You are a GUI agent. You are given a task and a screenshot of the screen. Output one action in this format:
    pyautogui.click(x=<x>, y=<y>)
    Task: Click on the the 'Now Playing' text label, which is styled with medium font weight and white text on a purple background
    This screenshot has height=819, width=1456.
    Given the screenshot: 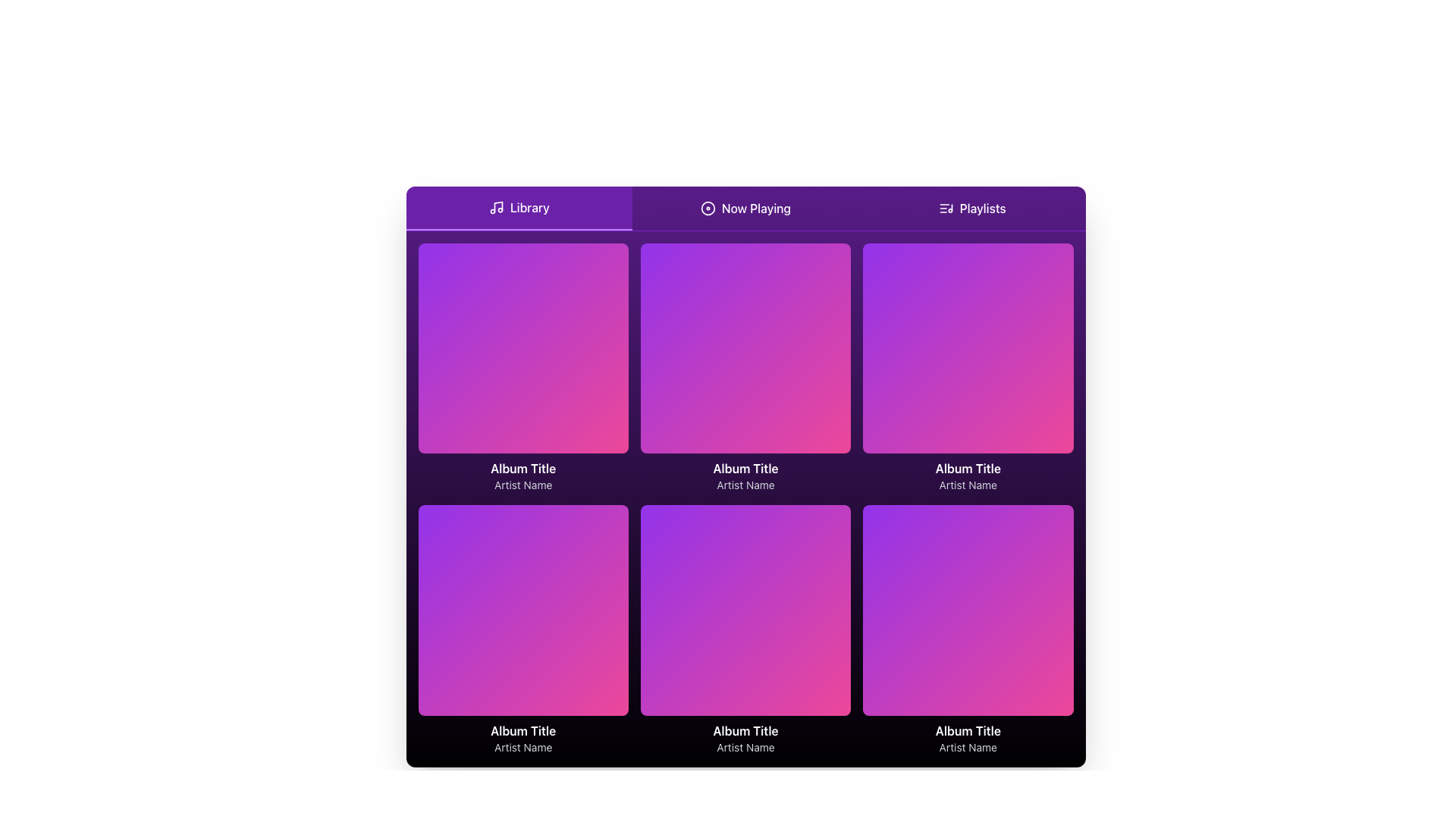 What is the action you would take?
    pyautogui.click(x=756, y=208)
    